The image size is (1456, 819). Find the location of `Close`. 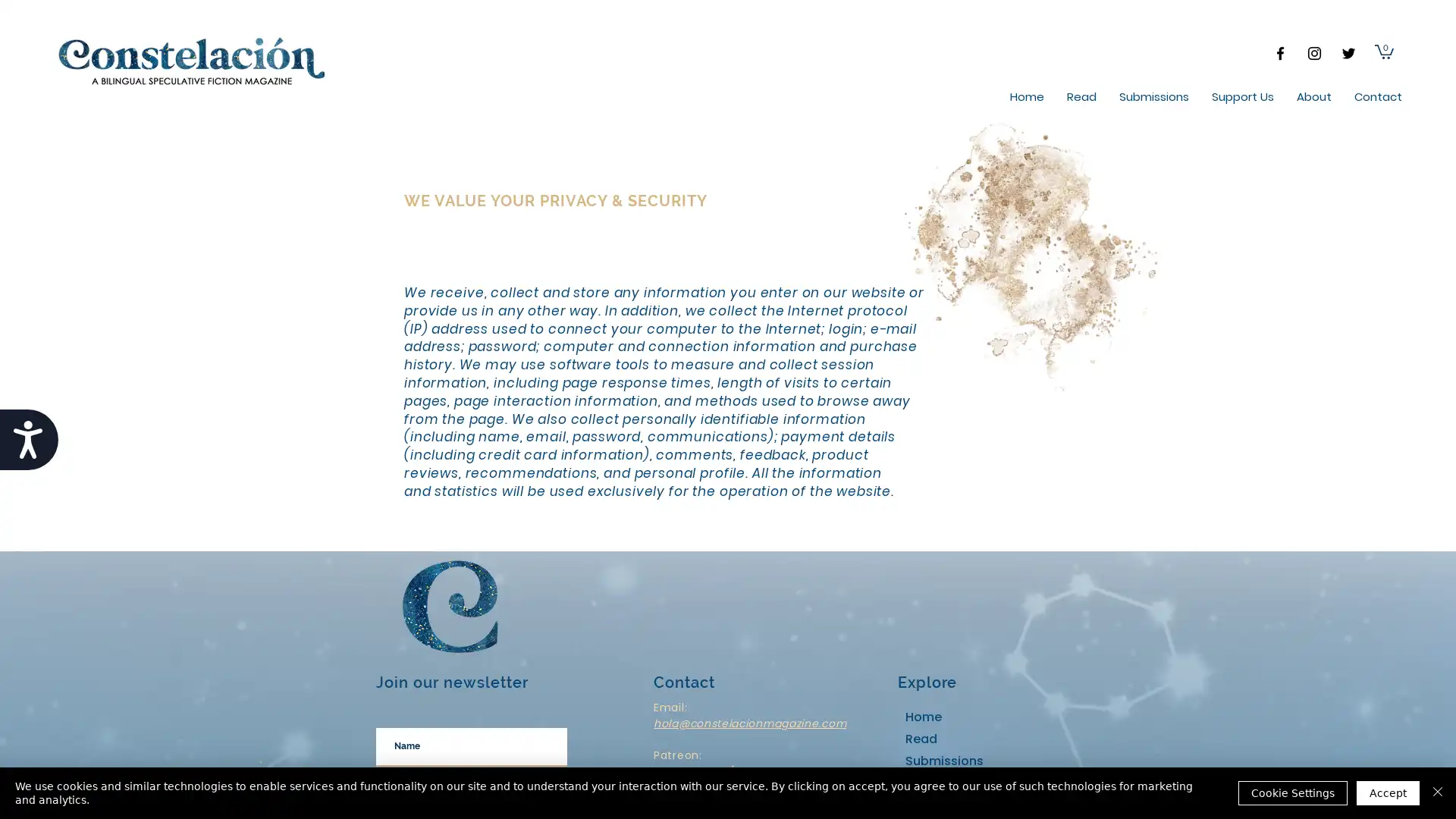

Close is located at coordinates (1437, 792).